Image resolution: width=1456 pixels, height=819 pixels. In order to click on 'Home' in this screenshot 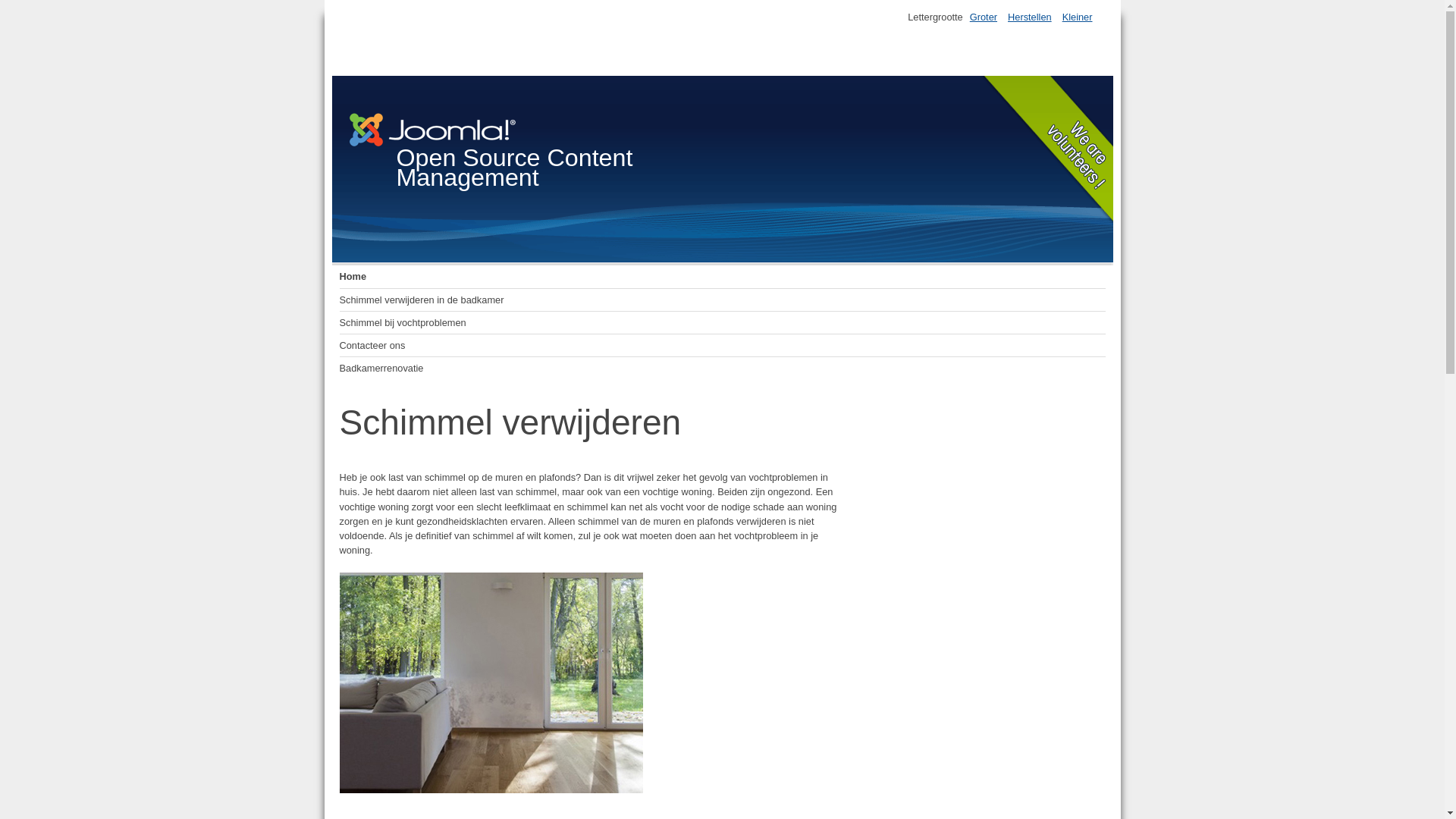, I will do `click(338, 277)`.